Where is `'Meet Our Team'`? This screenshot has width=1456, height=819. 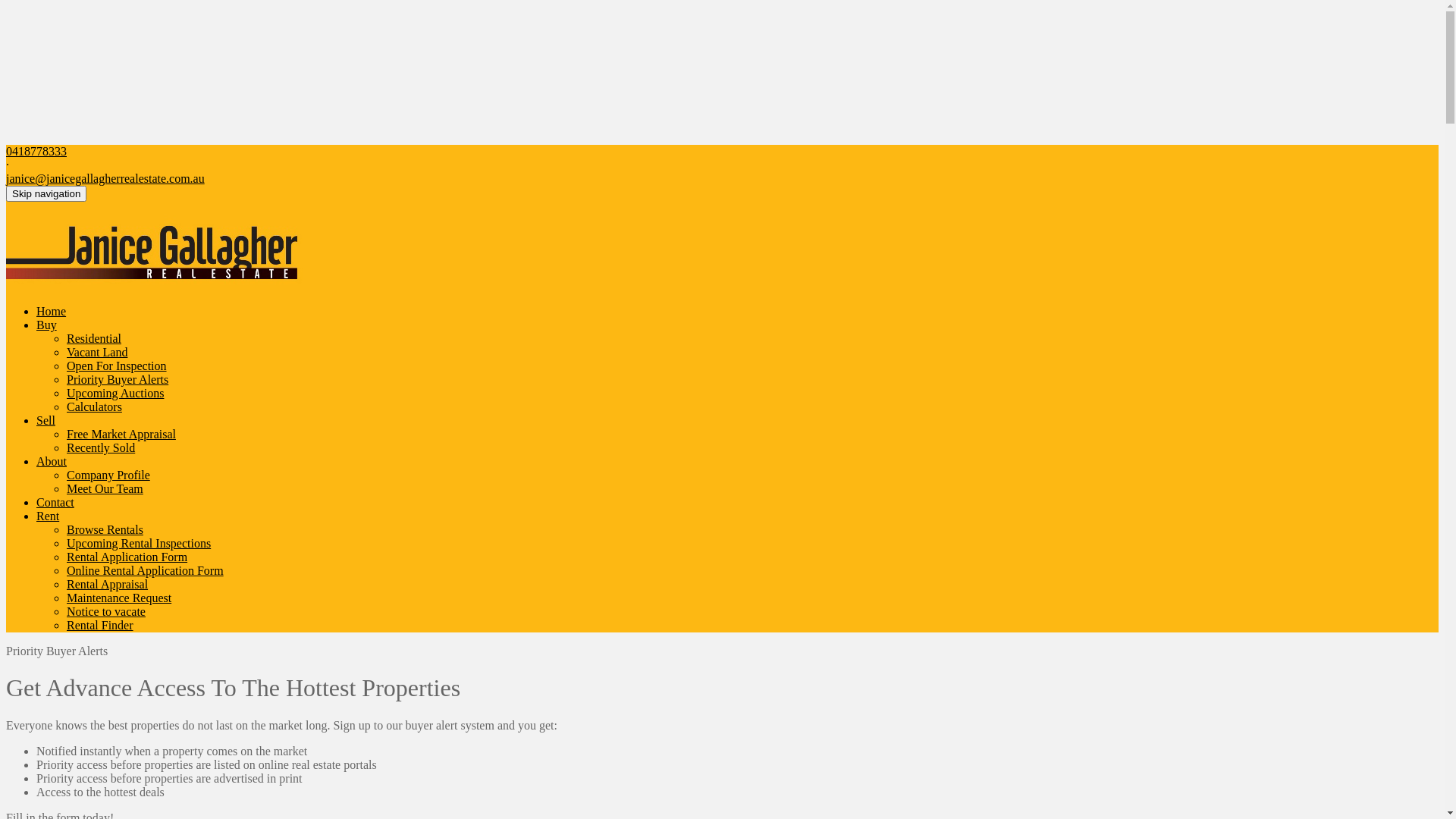 'Meet Our Team' is located at coordinates (104, 488).